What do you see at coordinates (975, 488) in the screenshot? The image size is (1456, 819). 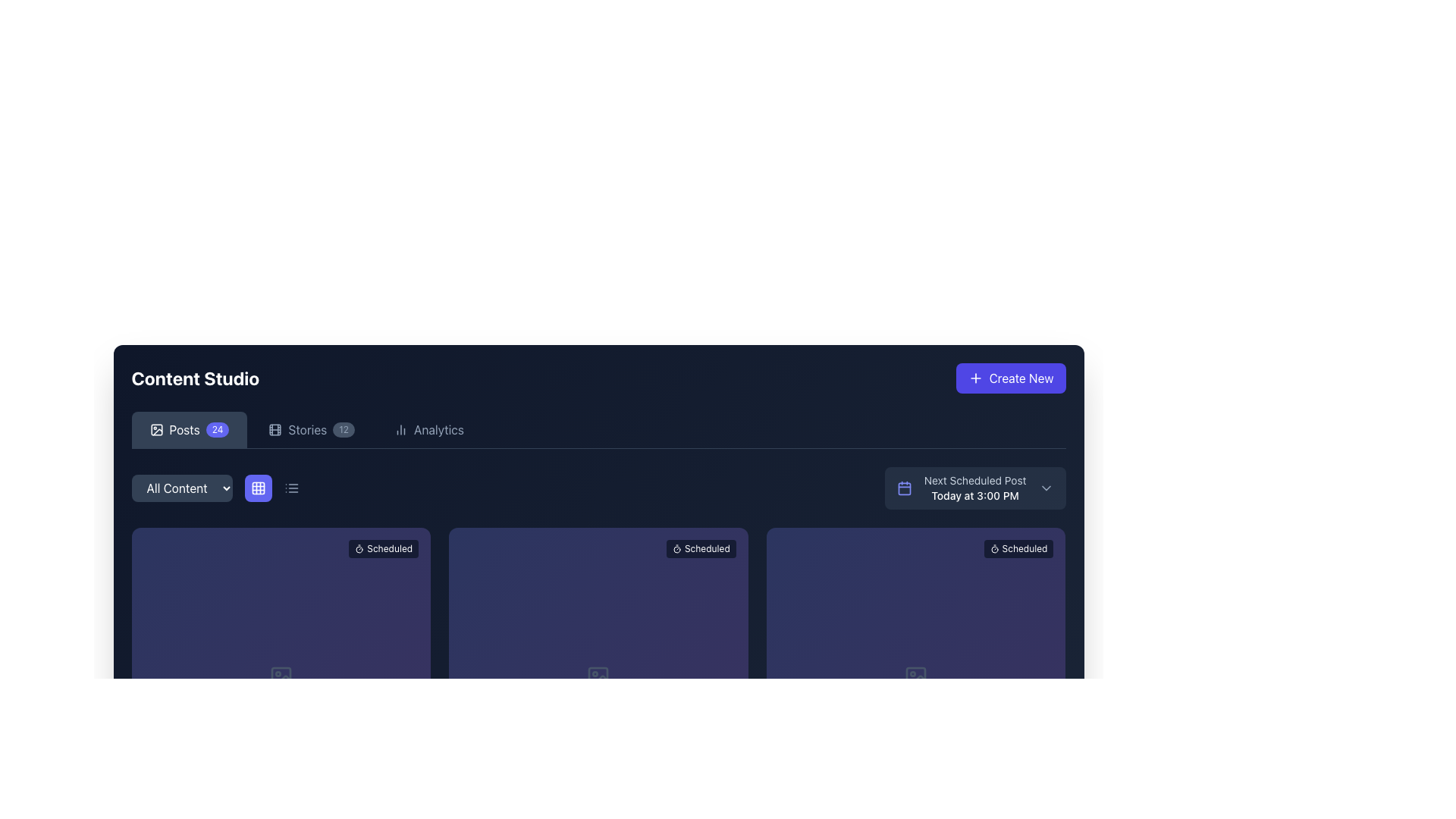 I see `information displayed in the Informational display widget located towards the top-right corner of the interface, just below the header section` at bounding box center [975, 488].